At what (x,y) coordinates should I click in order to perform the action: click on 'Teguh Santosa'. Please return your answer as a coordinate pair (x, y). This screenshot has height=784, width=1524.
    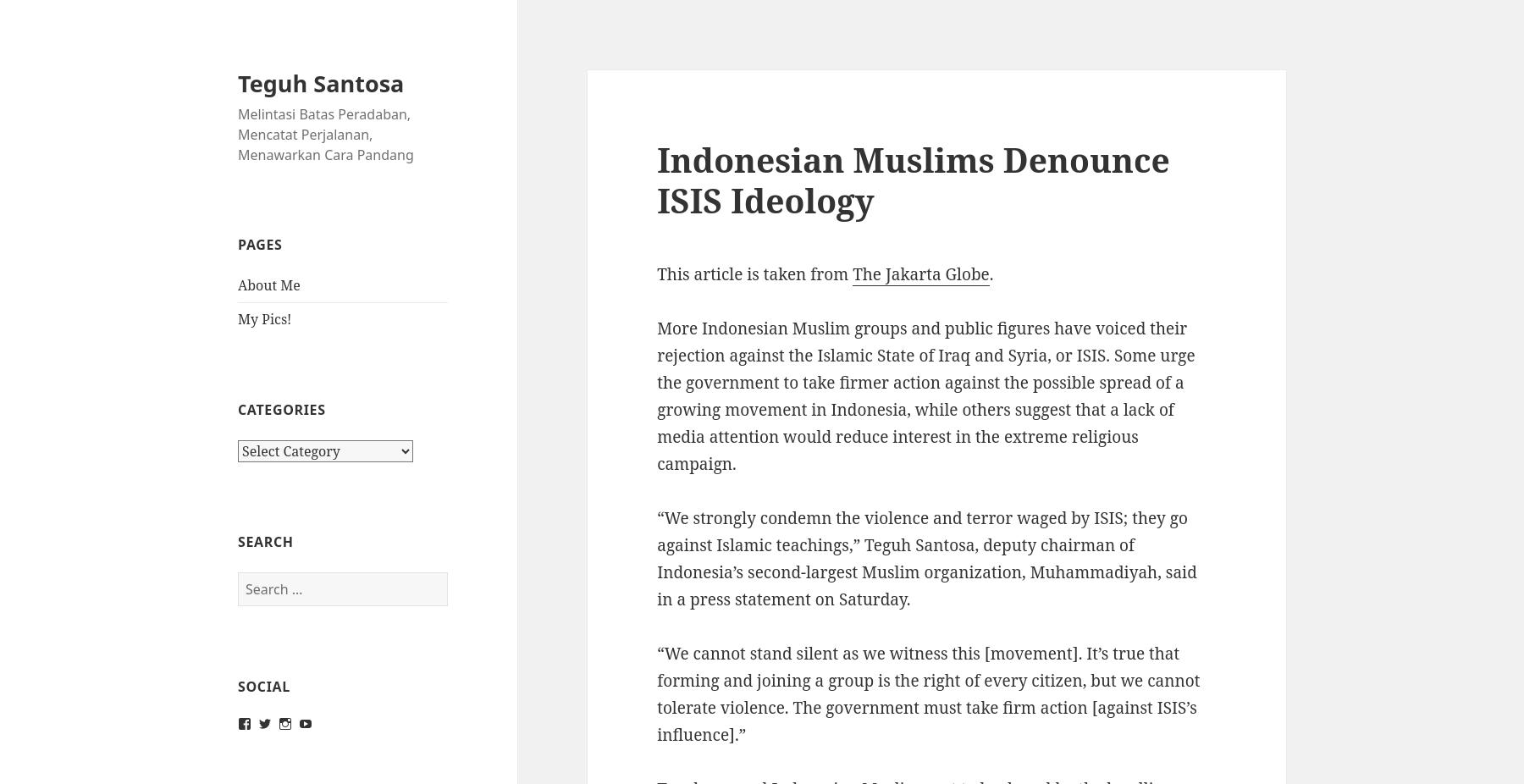
    Looking at the image, I should click on (321, 81).